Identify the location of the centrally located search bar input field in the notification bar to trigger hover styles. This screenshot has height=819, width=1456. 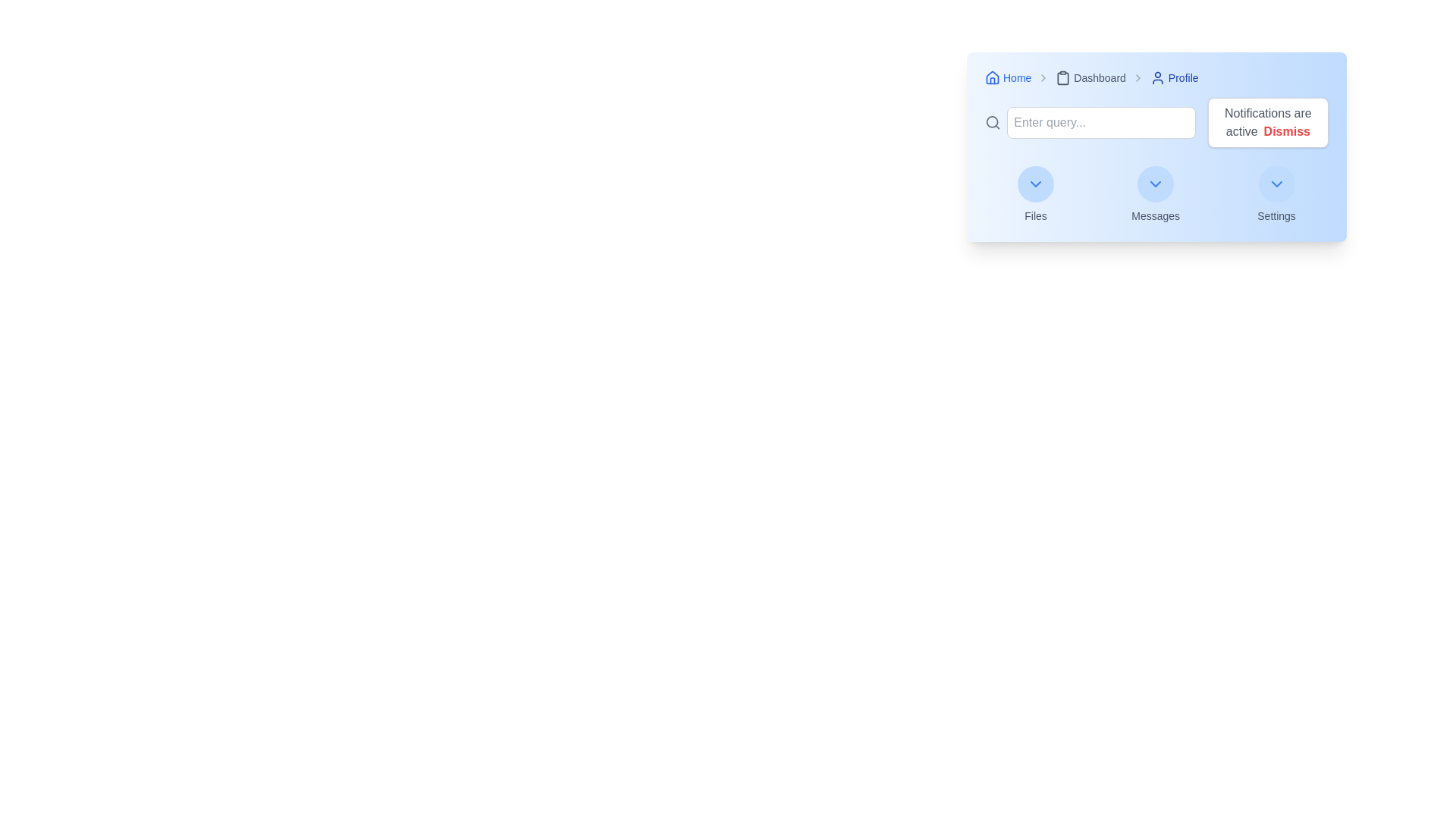
(1089, 122).